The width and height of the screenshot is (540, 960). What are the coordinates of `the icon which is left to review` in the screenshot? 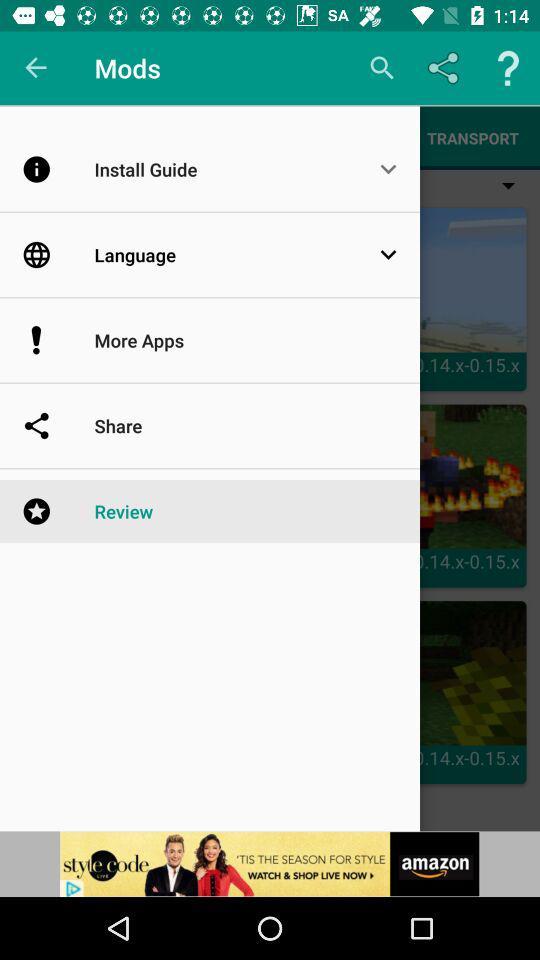 It's located at (57, 510).